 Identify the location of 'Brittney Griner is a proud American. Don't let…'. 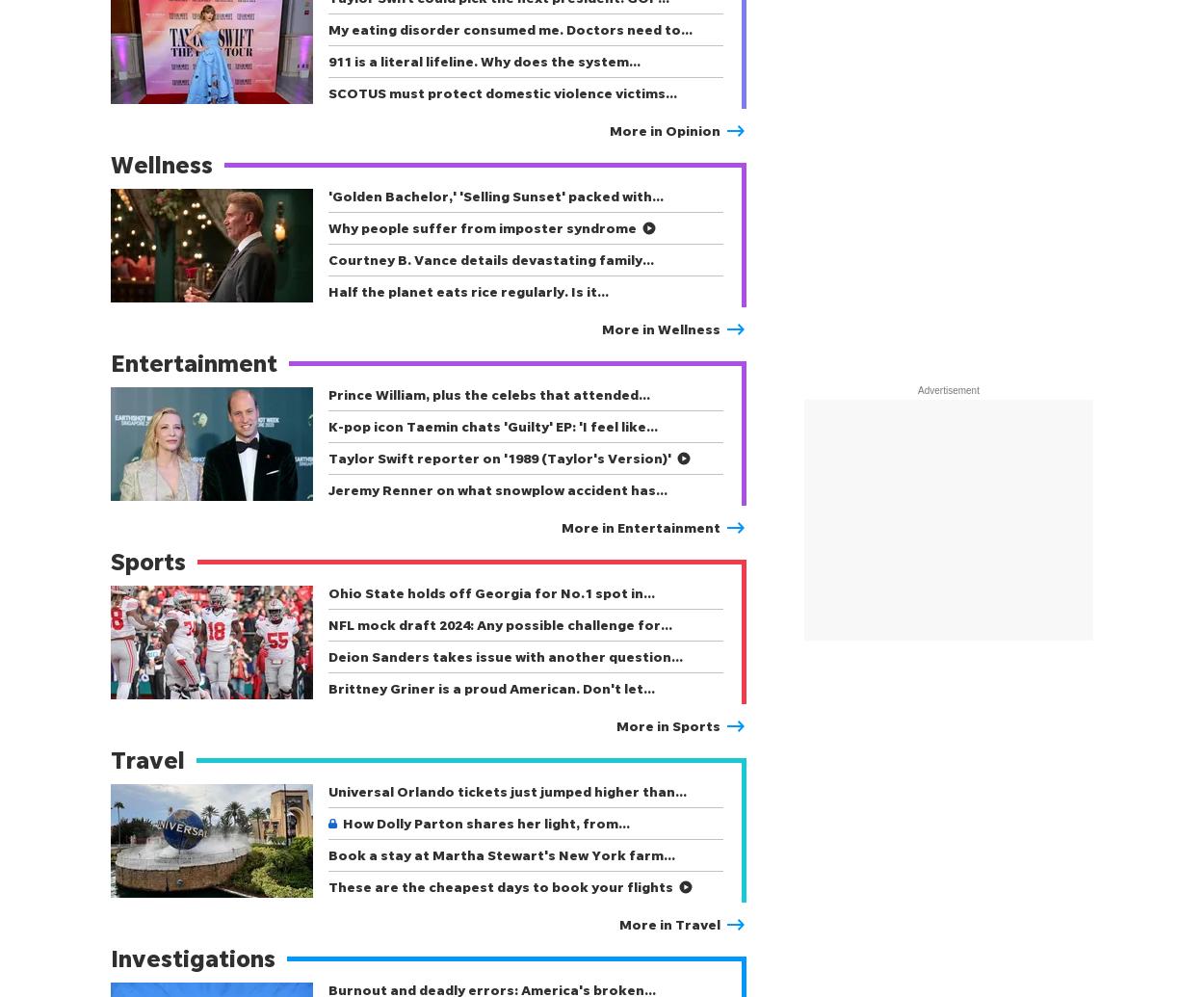
(491, 687).